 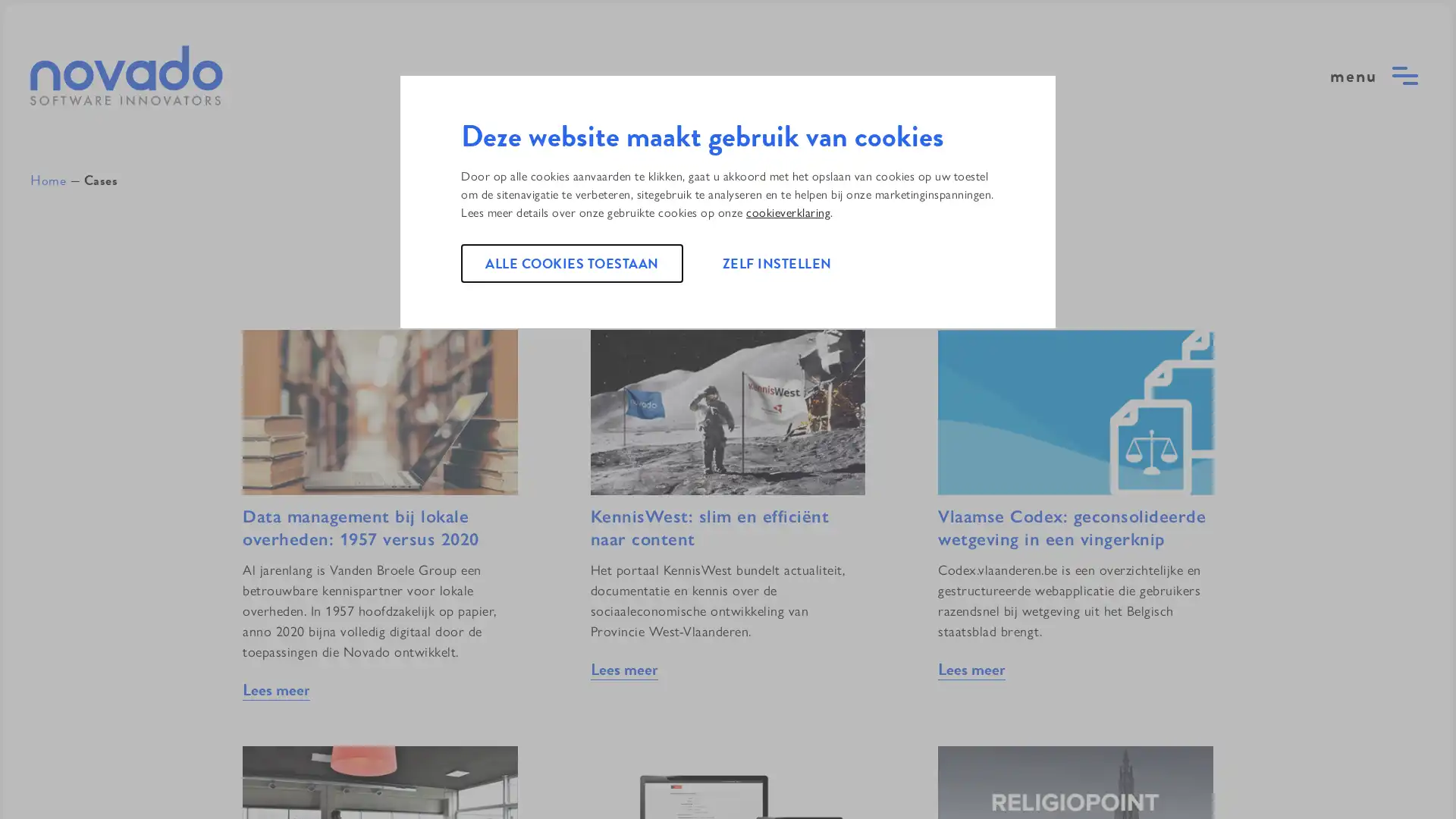 What do you see at coordinates (570, 262) in the screenshot?
I see `ALLE COOKIES TOESTAAN` at bounding box center [570, 262].